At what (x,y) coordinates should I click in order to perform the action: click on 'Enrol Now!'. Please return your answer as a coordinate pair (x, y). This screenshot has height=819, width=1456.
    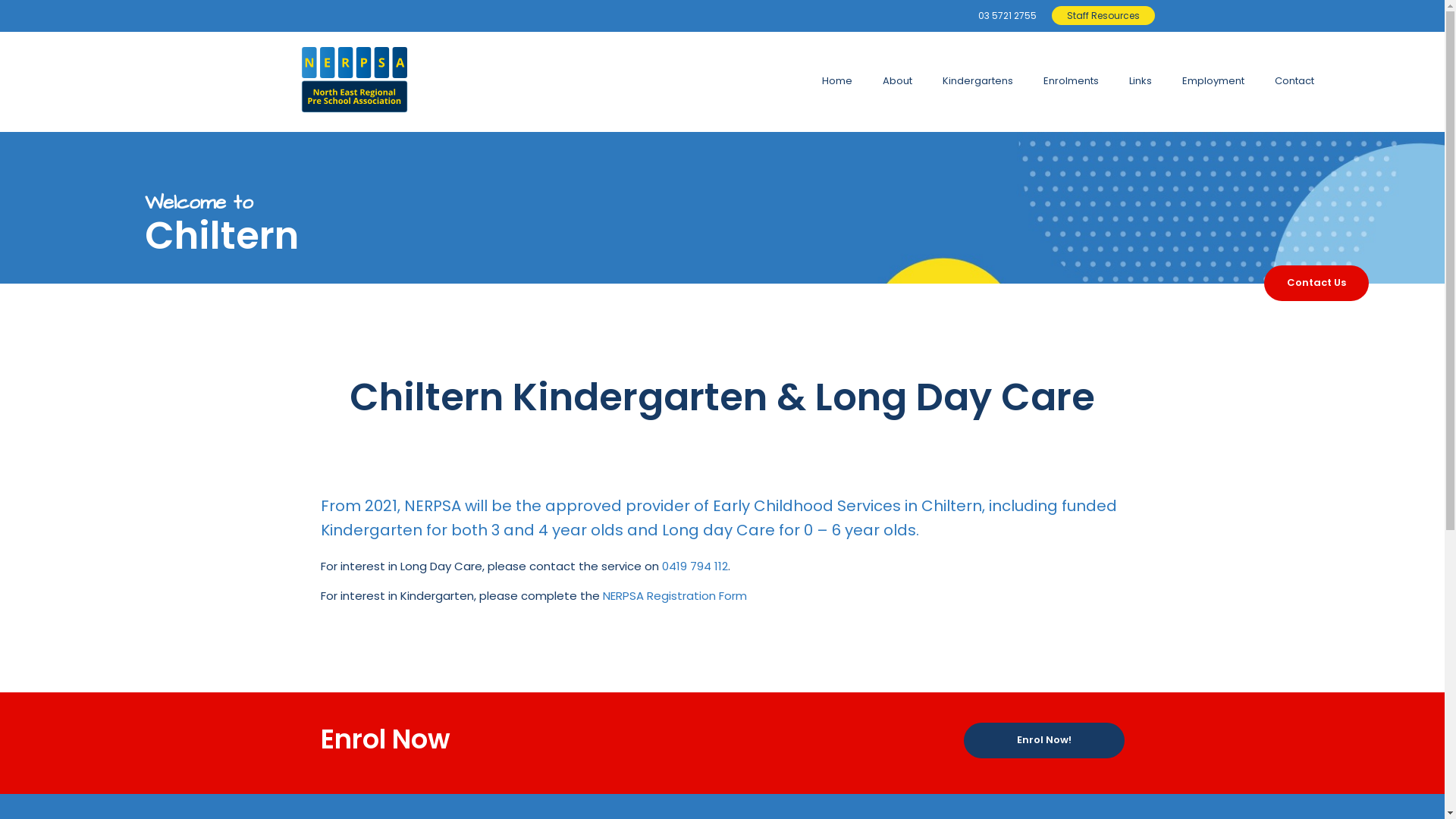
    Looking at the image, I should click on (962, 739).